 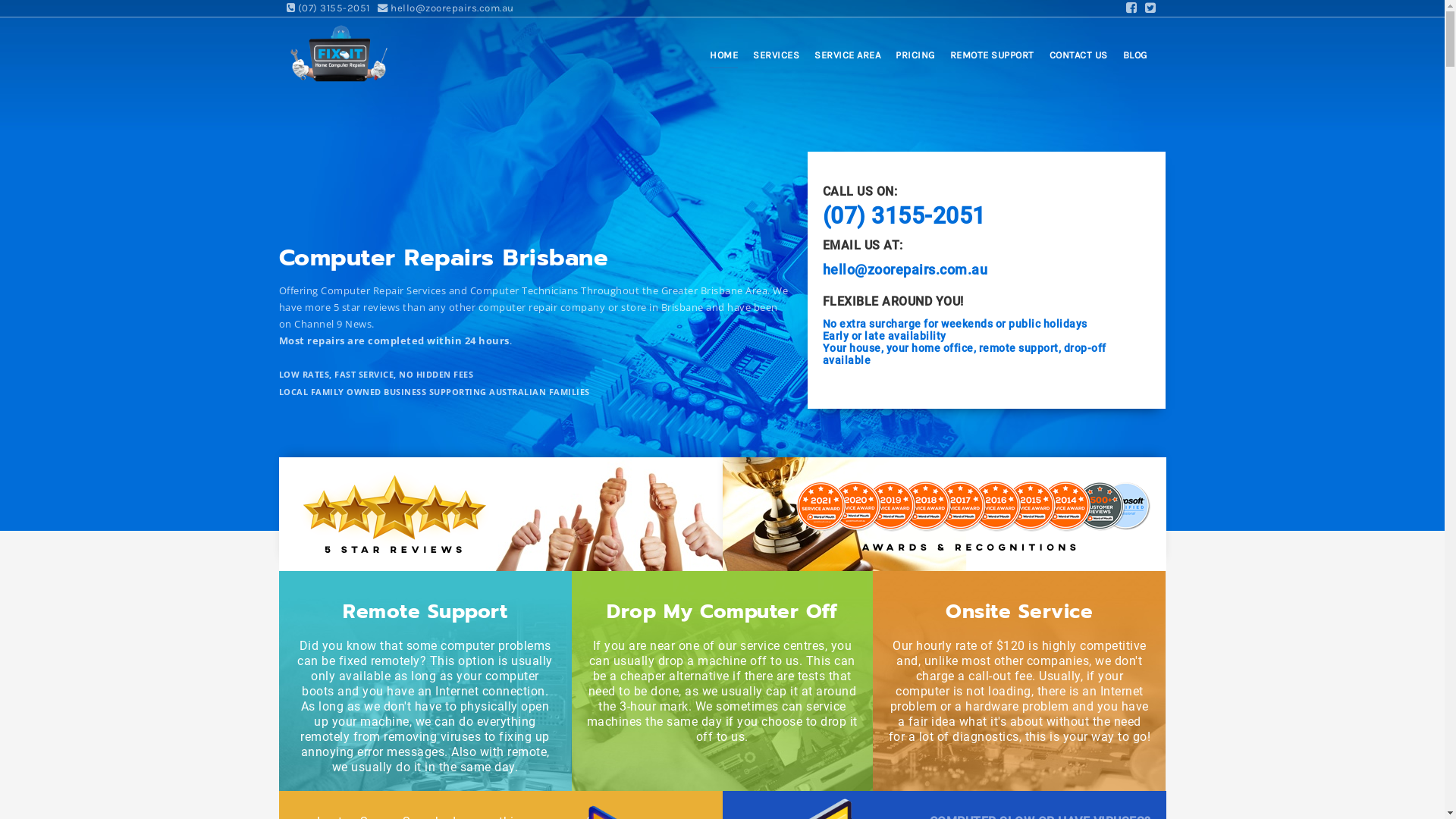 I want to click on 'SERVICES', so click(x=753, y=56).